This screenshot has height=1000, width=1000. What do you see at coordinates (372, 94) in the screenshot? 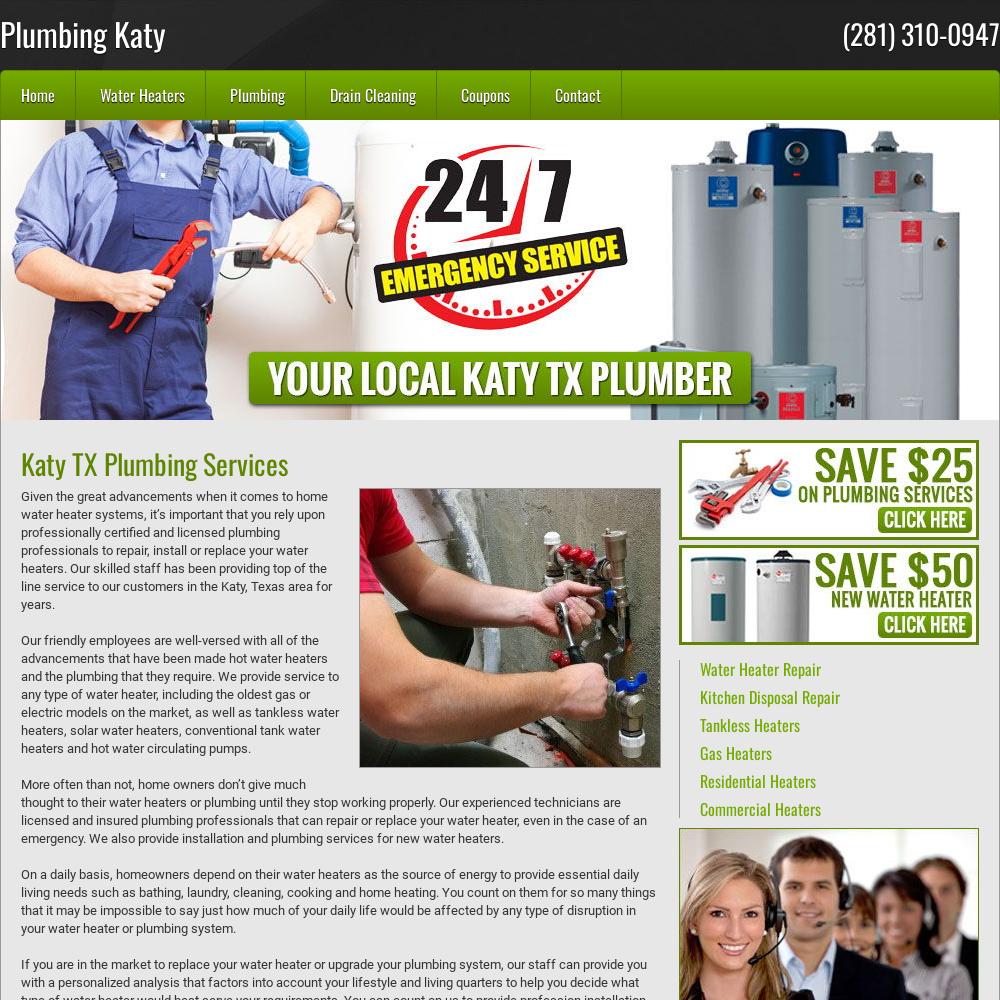
I see `'Drain Cleaning'` at bounding box center [372, 94].